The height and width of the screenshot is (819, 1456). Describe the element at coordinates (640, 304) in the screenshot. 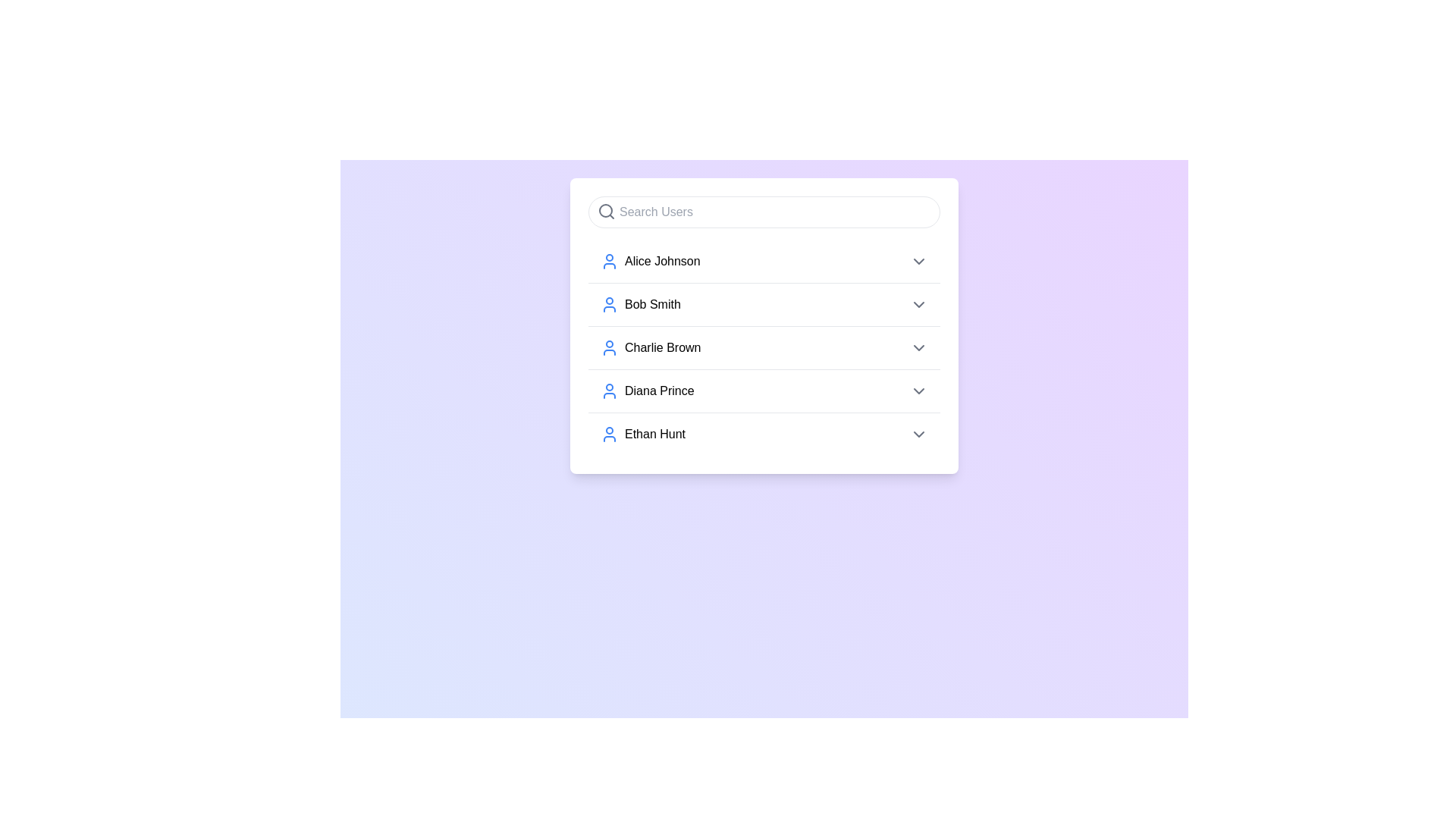

I see `the second user profile list item` at that location.